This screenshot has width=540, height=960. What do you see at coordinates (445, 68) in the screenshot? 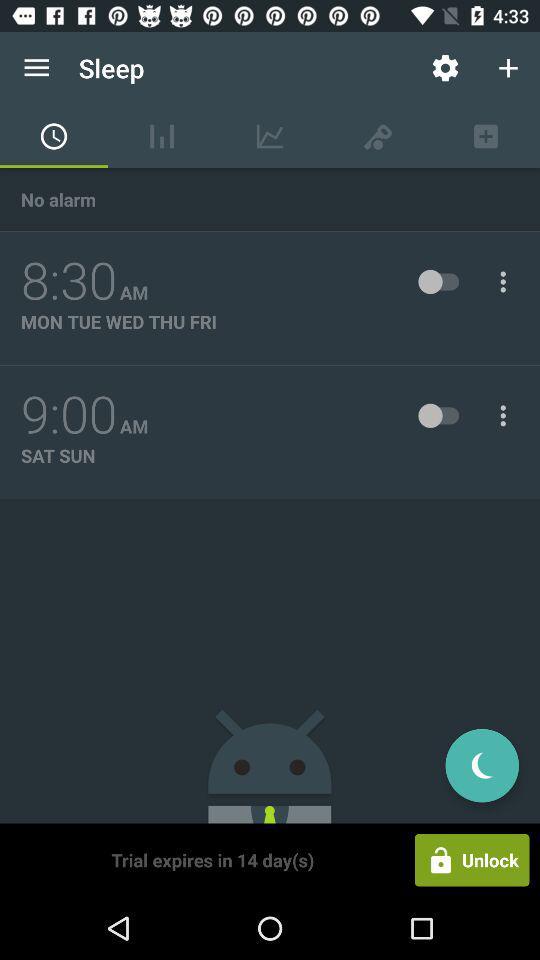
I see `the app next to the sleep` at bounding box center [445, 68].